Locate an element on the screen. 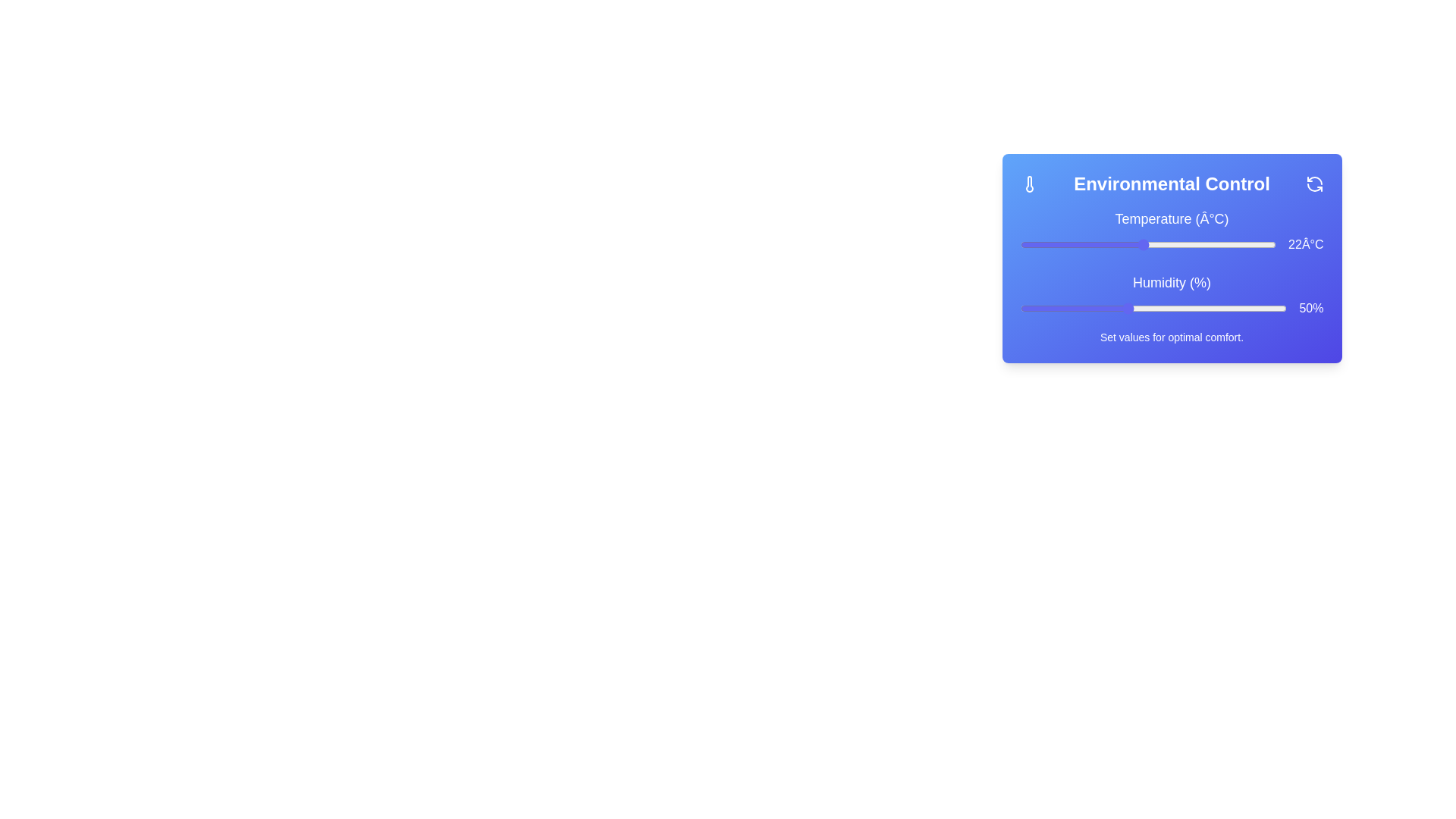 The width and height of the screenshot is (1456, 819). the humidity slider to set the humidity to 36% is located at coordinates (1051, 308).